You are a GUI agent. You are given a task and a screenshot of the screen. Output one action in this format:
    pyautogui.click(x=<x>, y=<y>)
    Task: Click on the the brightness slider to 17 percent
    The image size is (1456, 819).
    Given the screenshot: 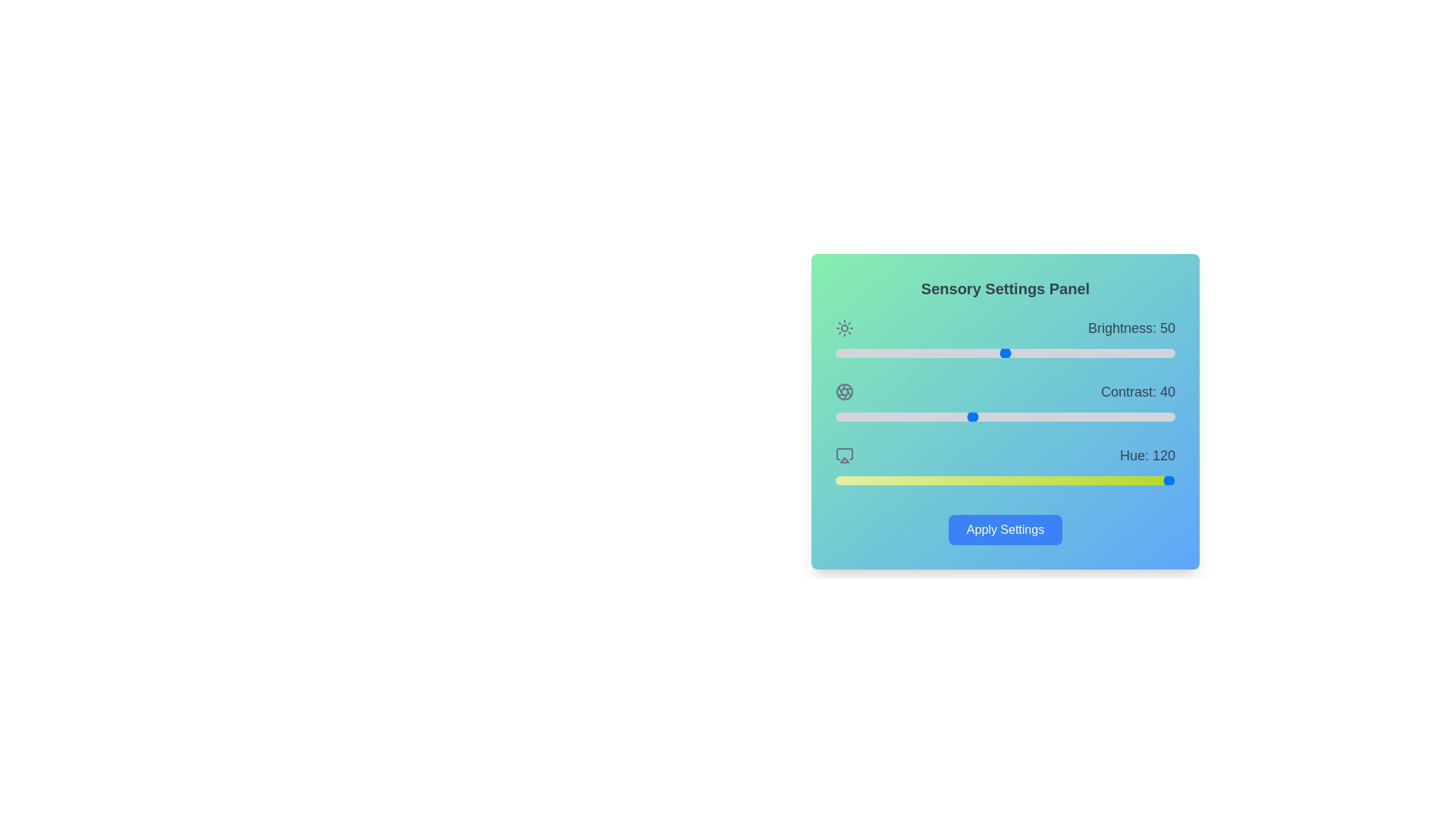 What is the action you would take?
    pyautogui.click(x=893, y=353)
    